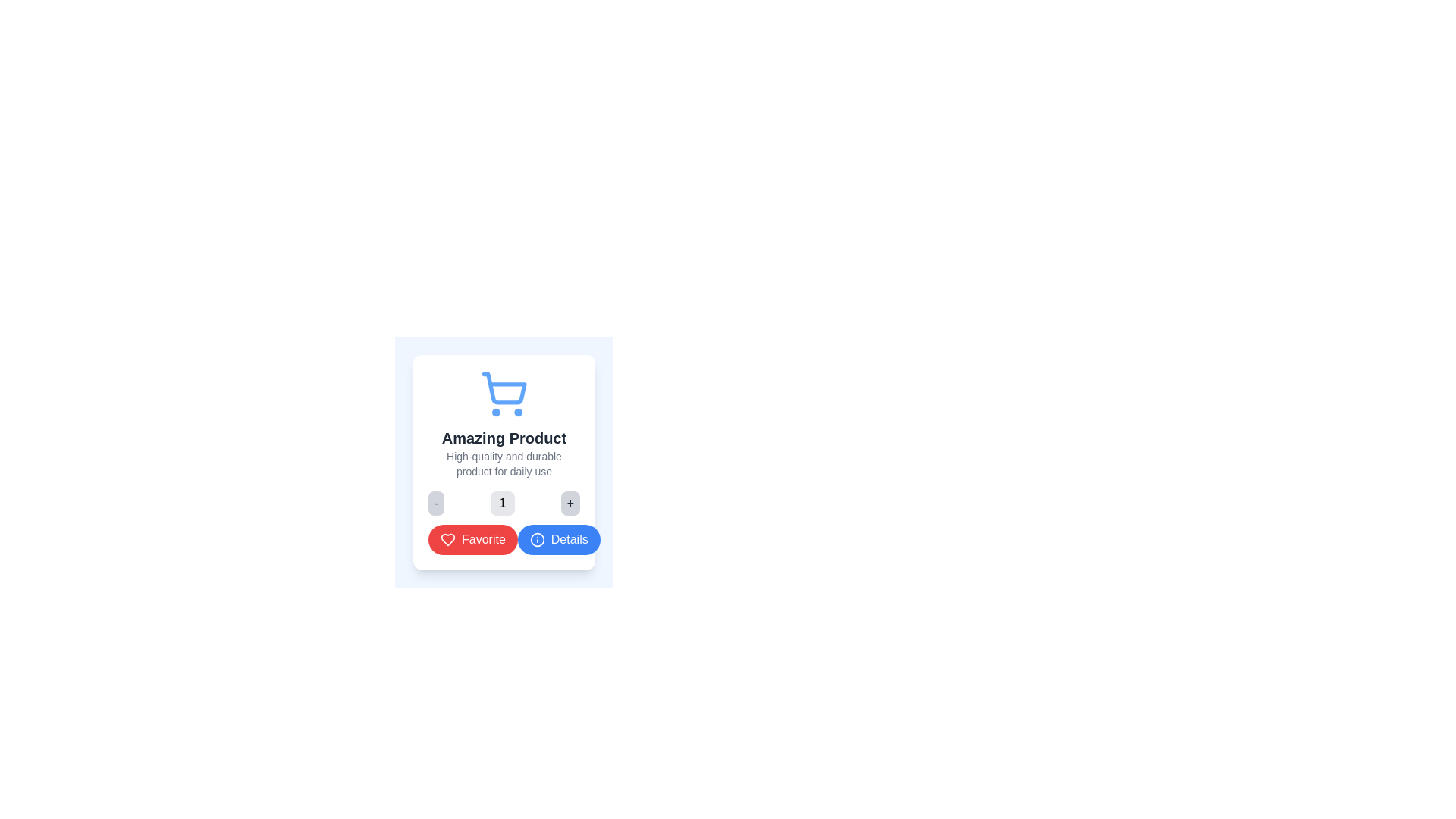 The image size is (1456, 819). I want to click on the small square button with a rounded border, light gray background, and a '+' symbol, so click(570, 503).